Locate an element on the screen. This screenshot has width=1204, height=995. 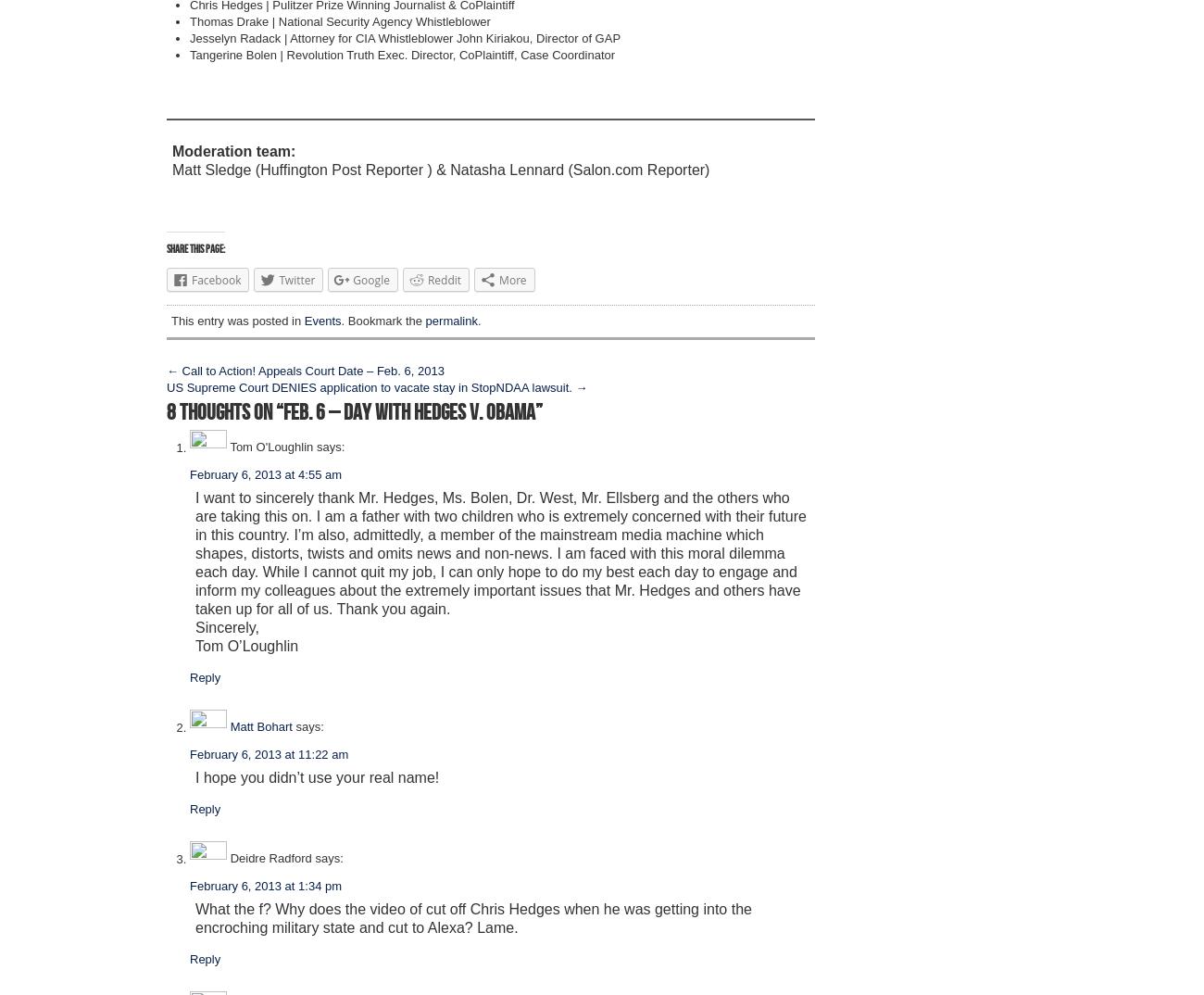
'Jesselyn Radack | Attorney for CIA Whistleblower John Kiriakou, Director of GAP' is located at coordinates (404, 37).